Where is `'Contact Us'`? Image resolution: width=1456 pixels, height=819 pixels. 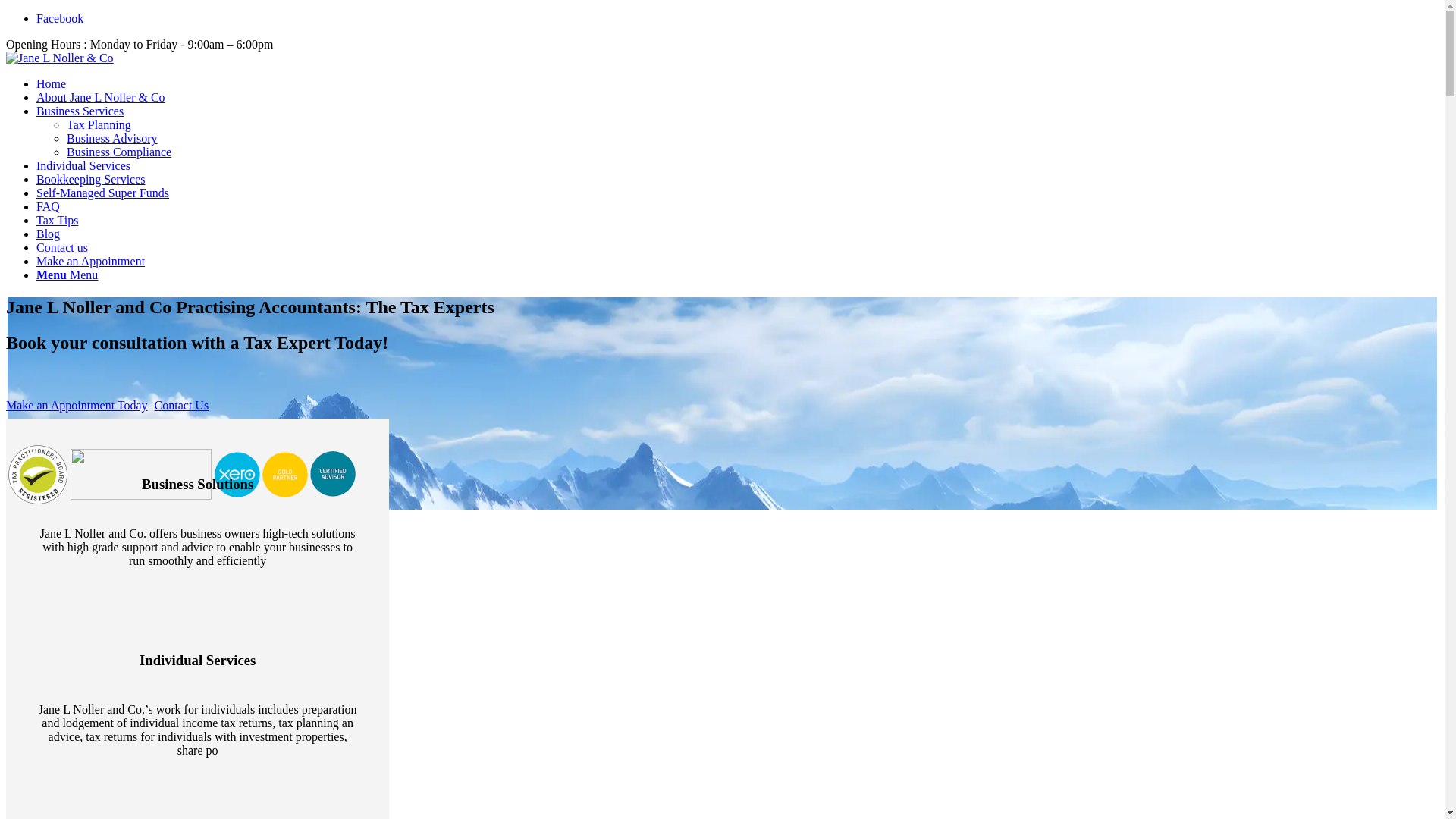
'Contact Us' is located at coordinates (182, 404).